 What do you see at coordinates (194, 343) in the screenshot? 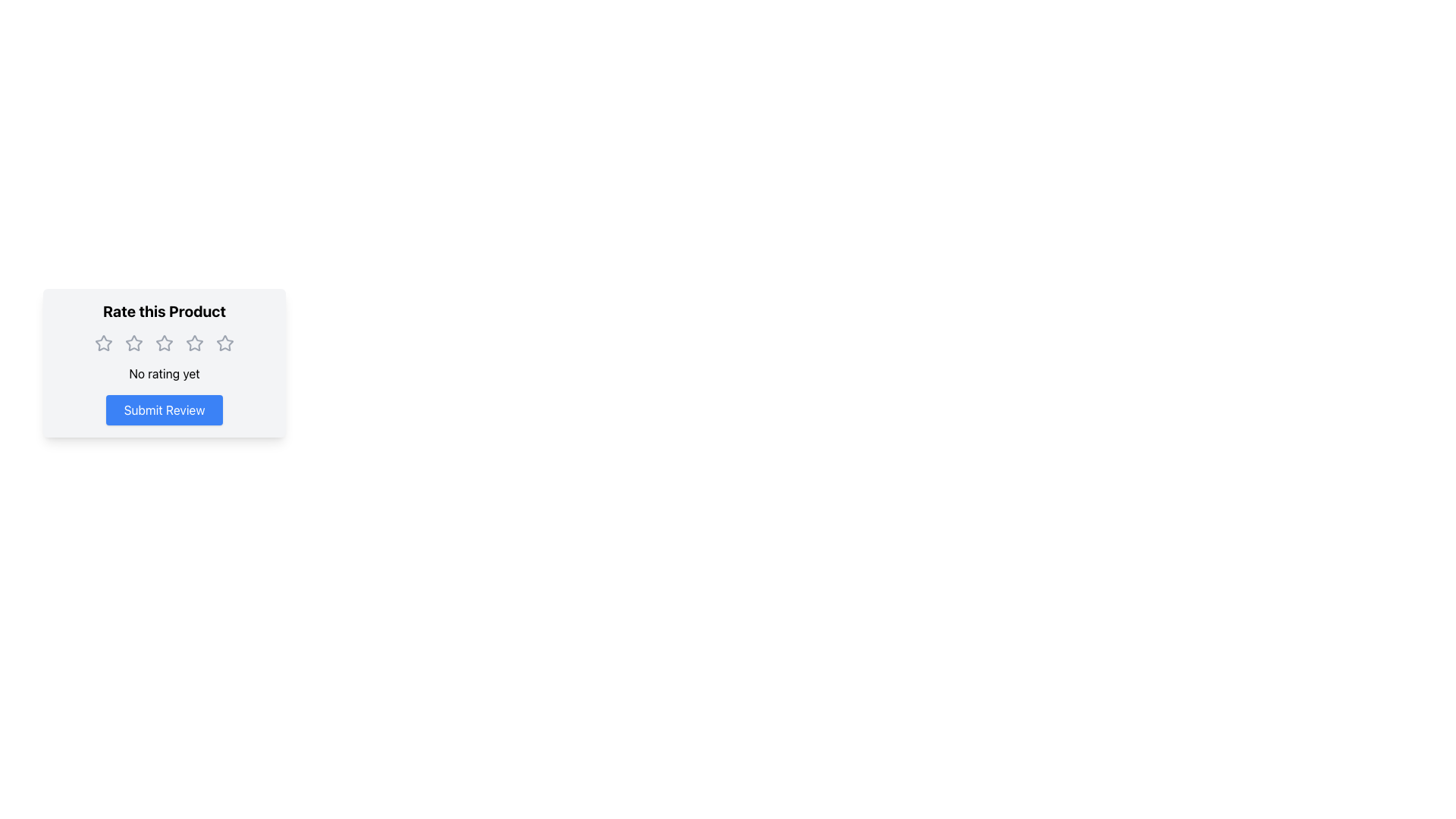
I see `the fourth star icon in the 'Rate this Product' rating field` at bounding box center [194, 343].